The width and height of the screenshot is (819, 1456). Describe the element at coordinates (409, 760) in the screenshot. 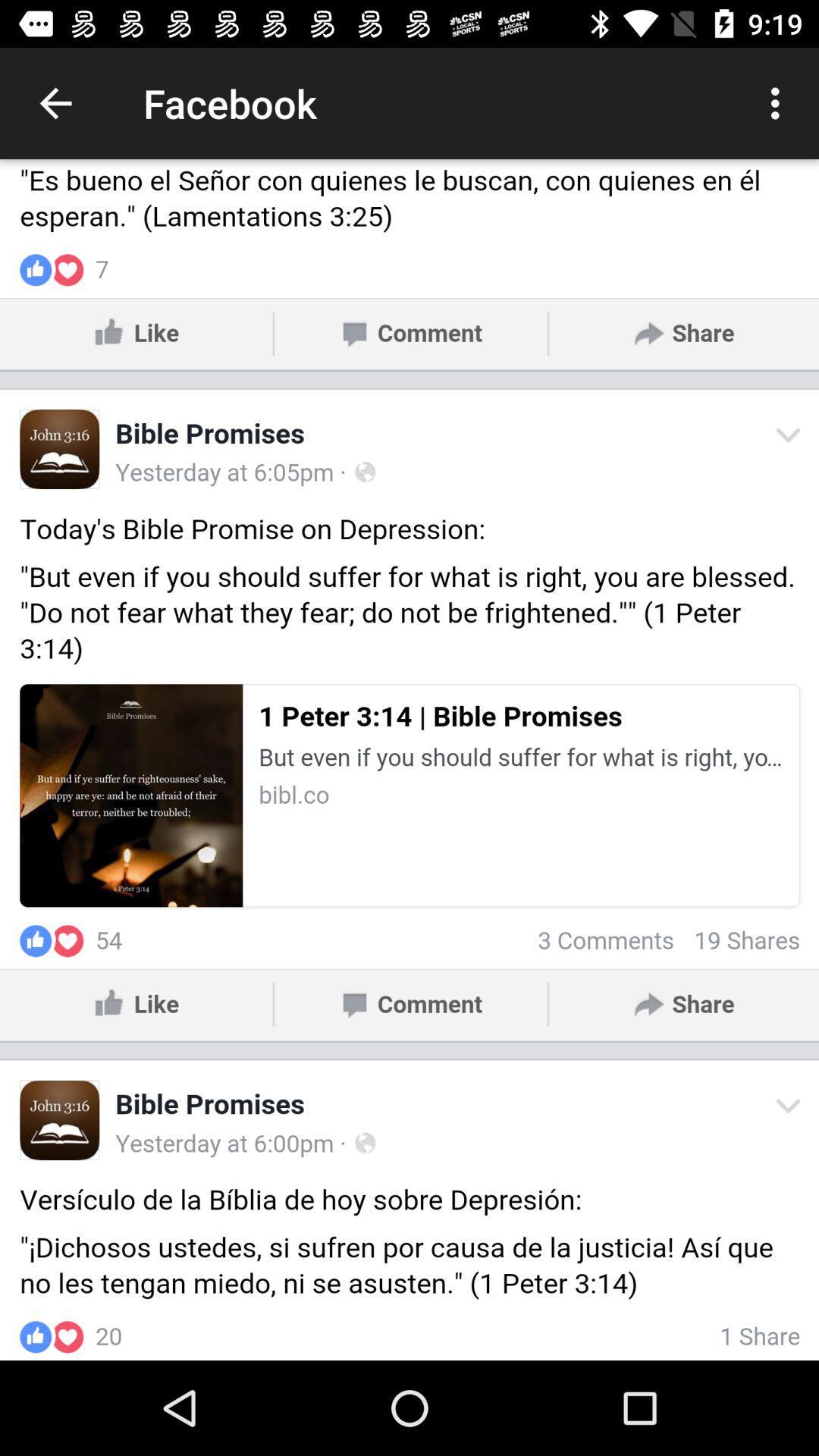

I see `facebook page screen botton` at that location.